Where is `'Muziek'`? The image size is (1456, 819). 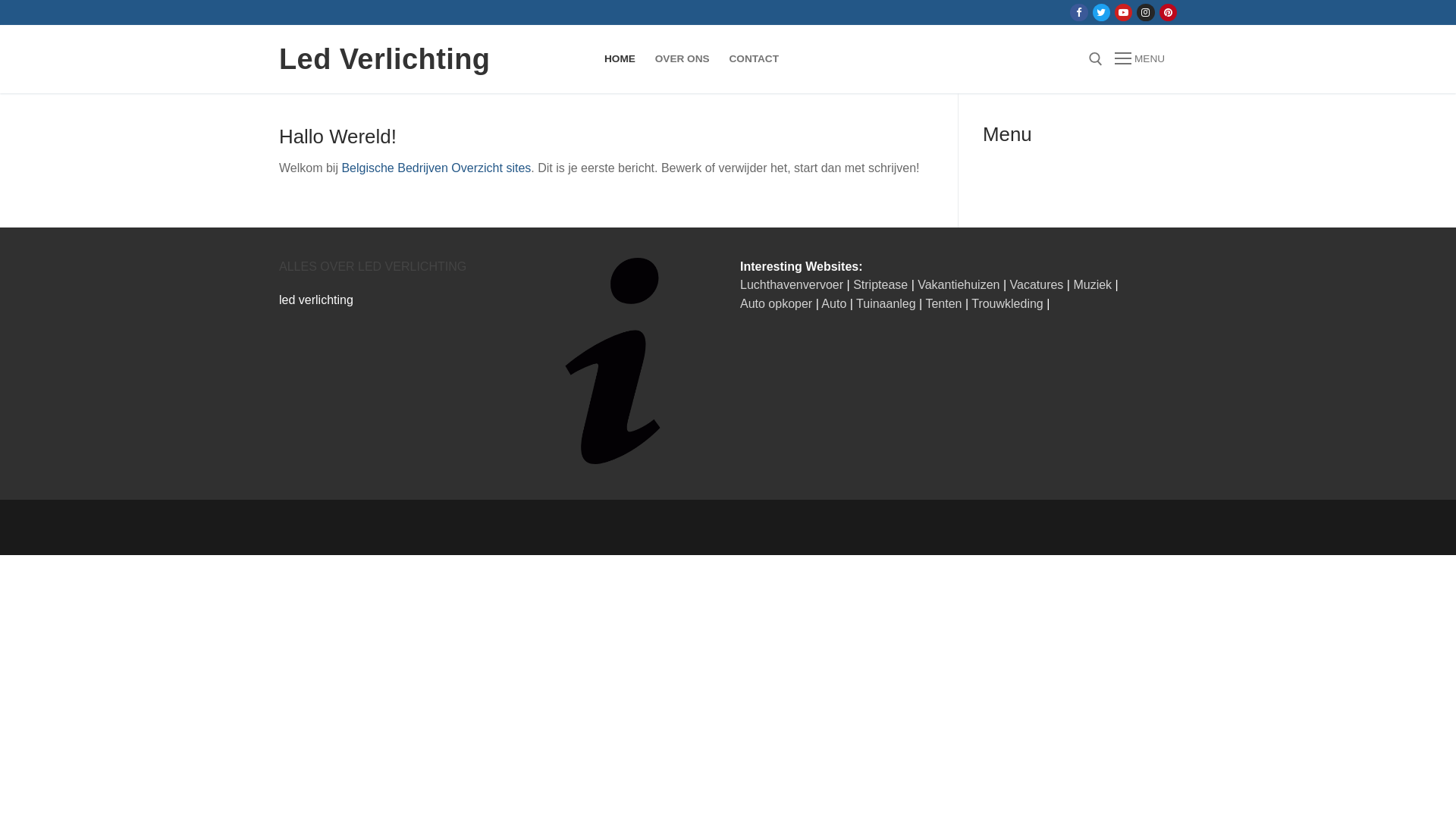
'Muziek' is located at coordinates (1092, 284).